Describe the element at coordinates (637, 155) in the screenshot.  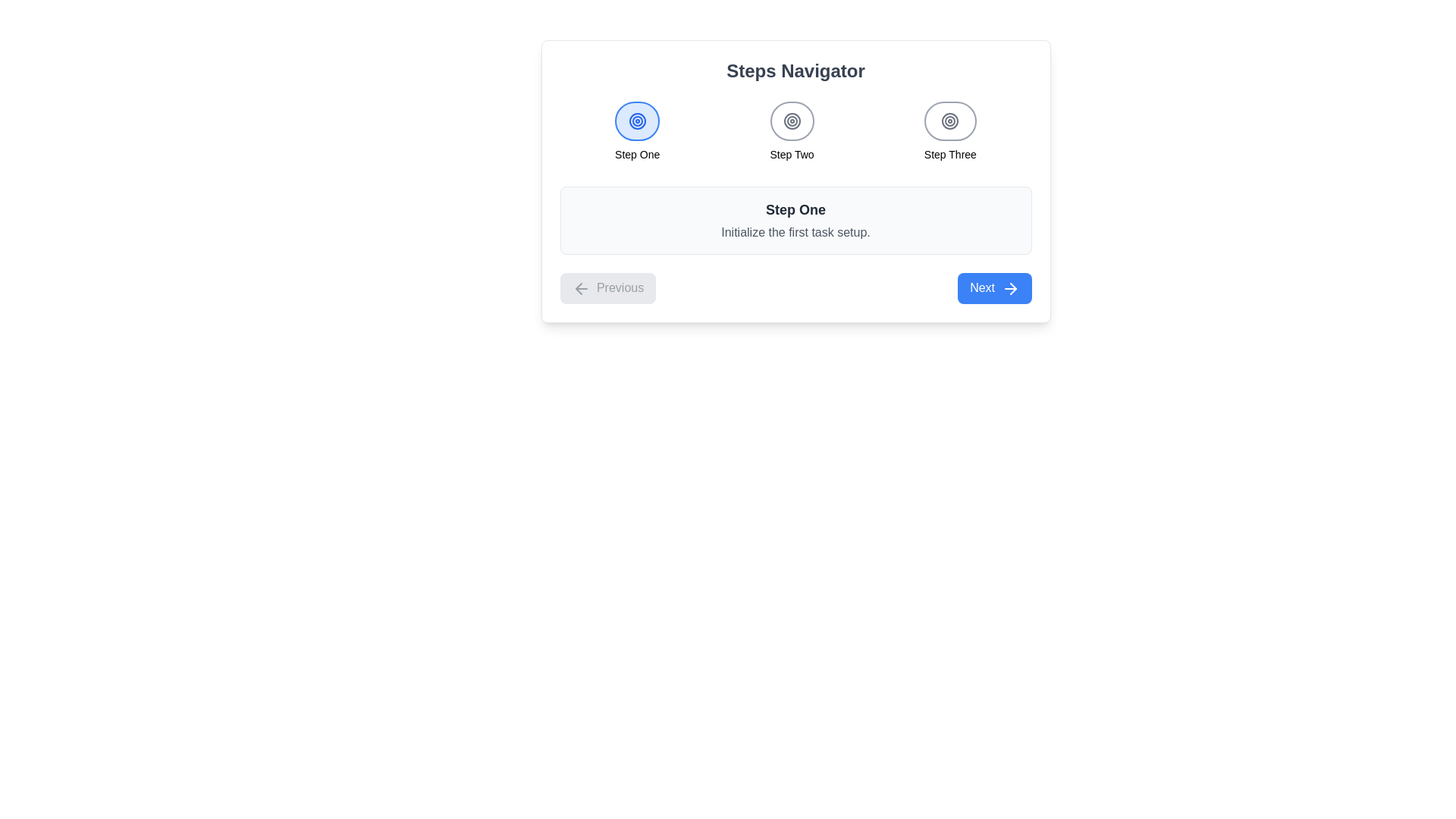
I see `the text content of the 'Step One' label element, which is a small, bold text displayed centered under the first circular icon in the navigation bar` at that location.